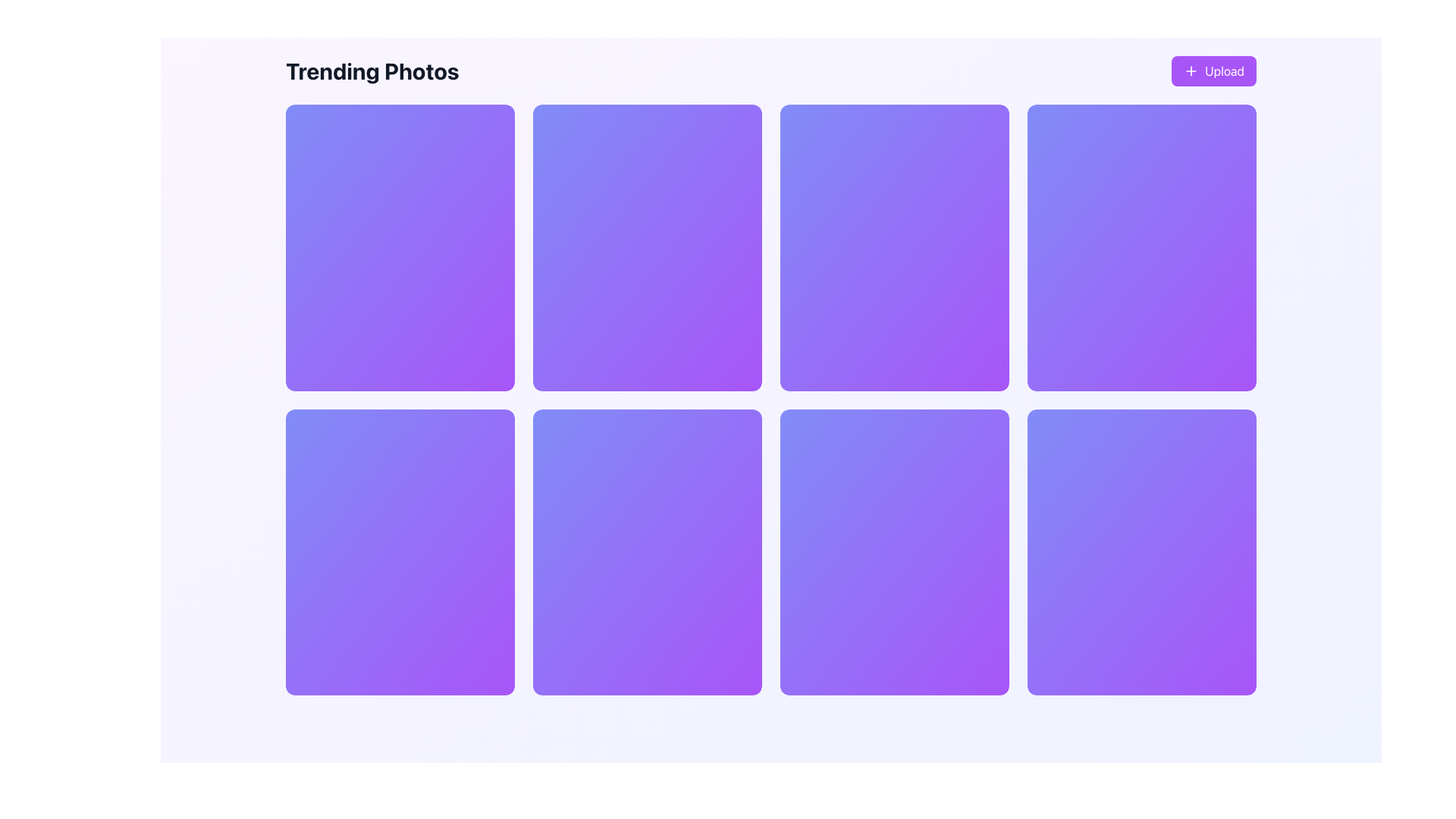 Image resolution: width=1456 pixels, height=819 pixels. What do you see at coordinates (1225, 71) in the screenshot?
I see `text label displaying 'Upload' in white color, which is centrally positioned within a purple button with rounded corners, located at the top-right corner of the interface` at bounding box center [1225, 71].